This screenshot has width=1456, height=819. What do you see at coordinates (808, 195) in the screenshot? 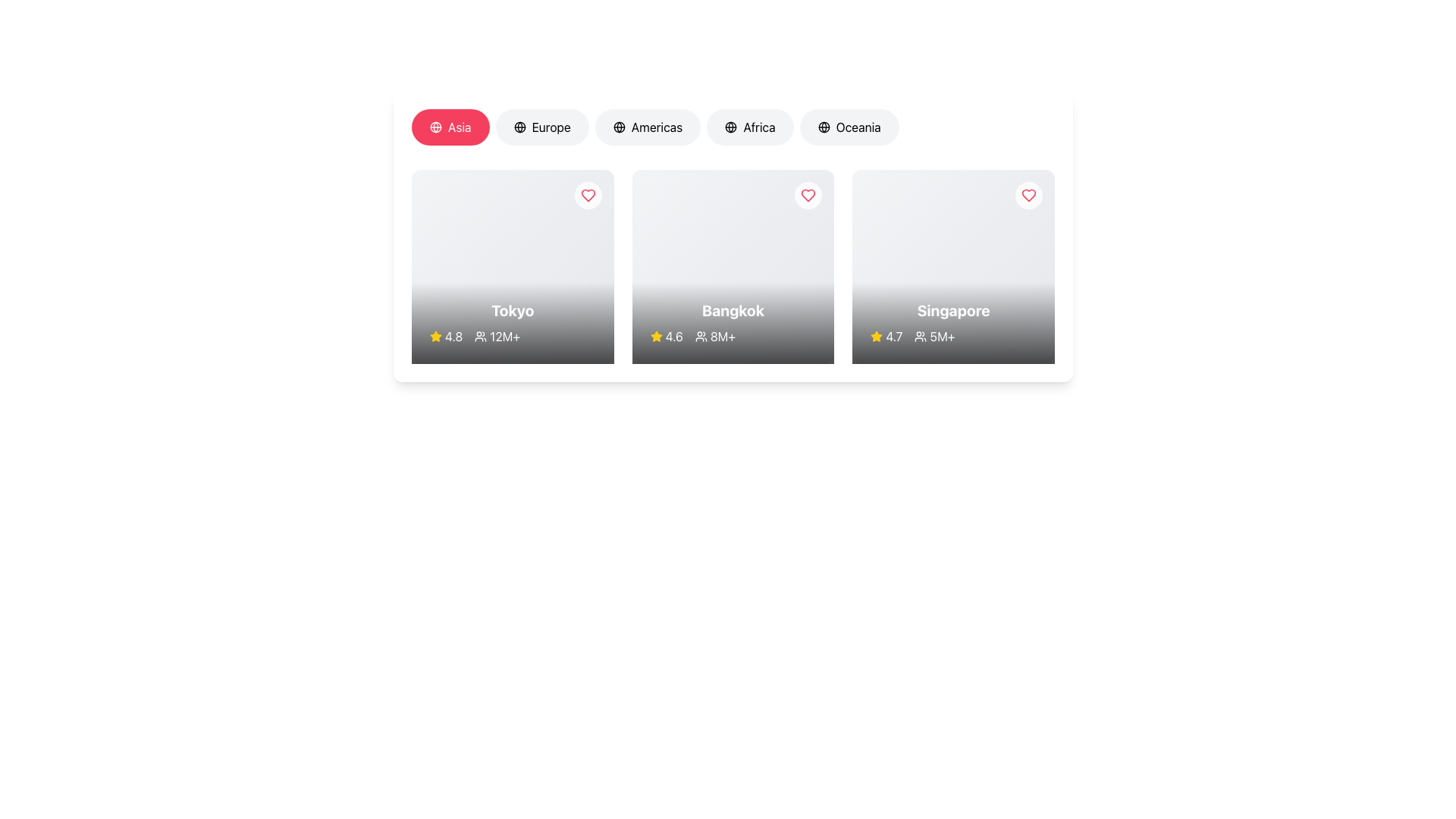
I see `the favorite icon button located at the top-right corner of the Bangkok card to observe any visual feedback indicating its favorite status` at bounding box center [808, 195].